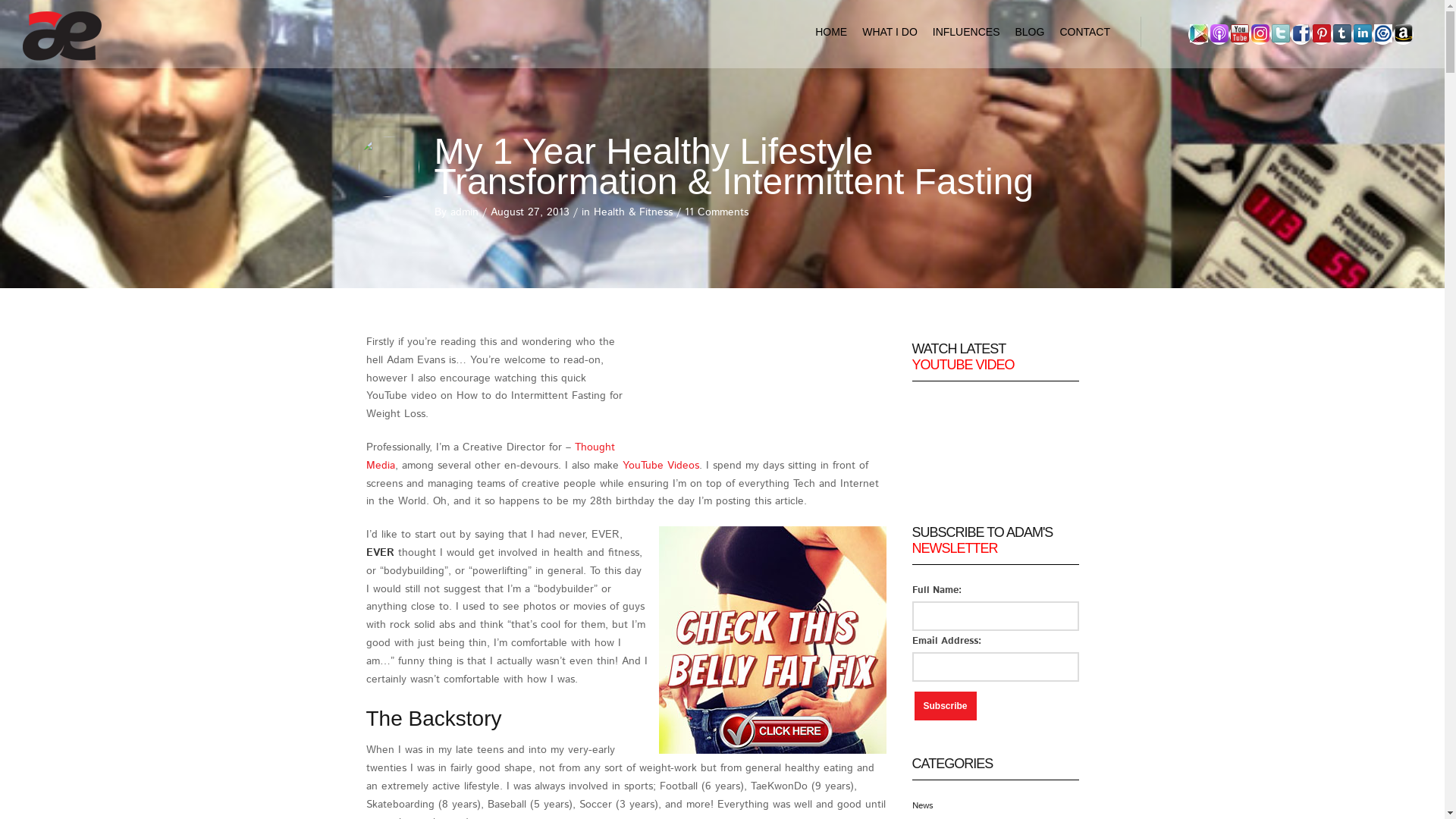 The image size is (1456, 819). I want to click on 'instagram', so click(1251, 33).